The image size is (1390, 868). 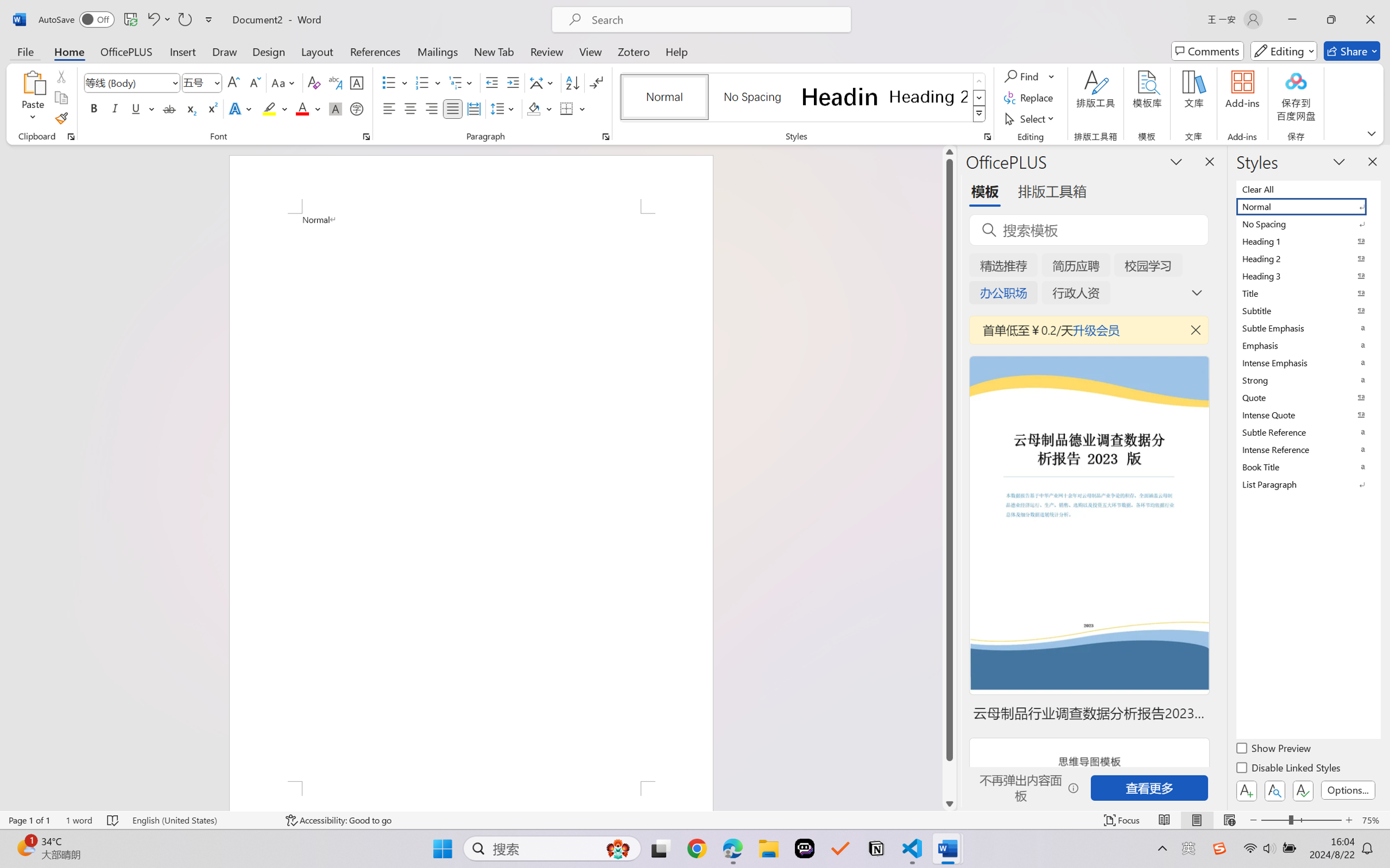 I want to click on 'Normal', so click(x=1307, y=206).